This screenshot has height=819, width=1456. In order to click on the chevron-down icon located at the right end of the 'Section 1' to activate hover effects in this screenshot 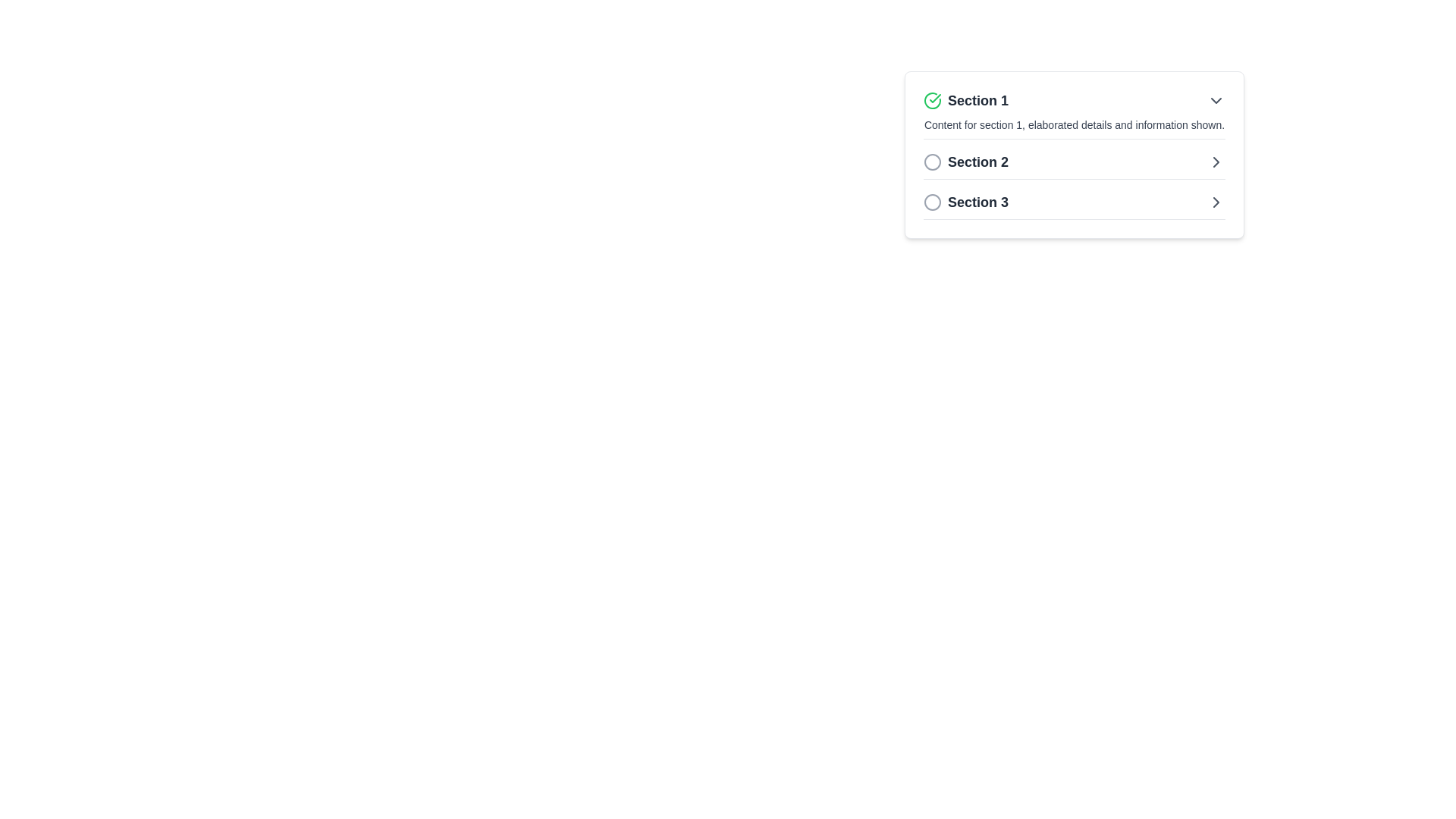, I will do `click(1216, 100)`.